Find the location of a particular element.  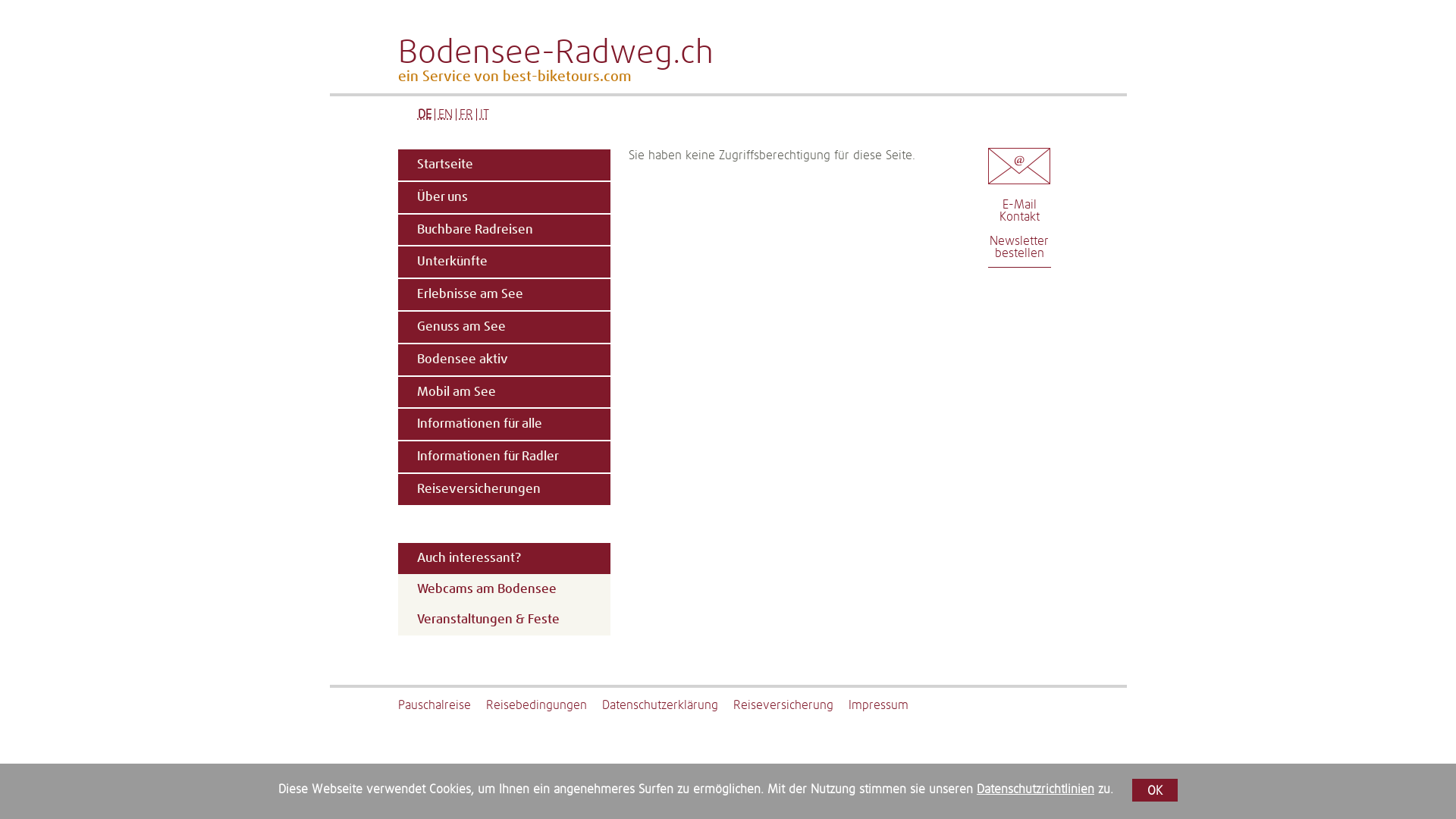

'E-Mail Kontakt' is located at coordinates (999, 210).